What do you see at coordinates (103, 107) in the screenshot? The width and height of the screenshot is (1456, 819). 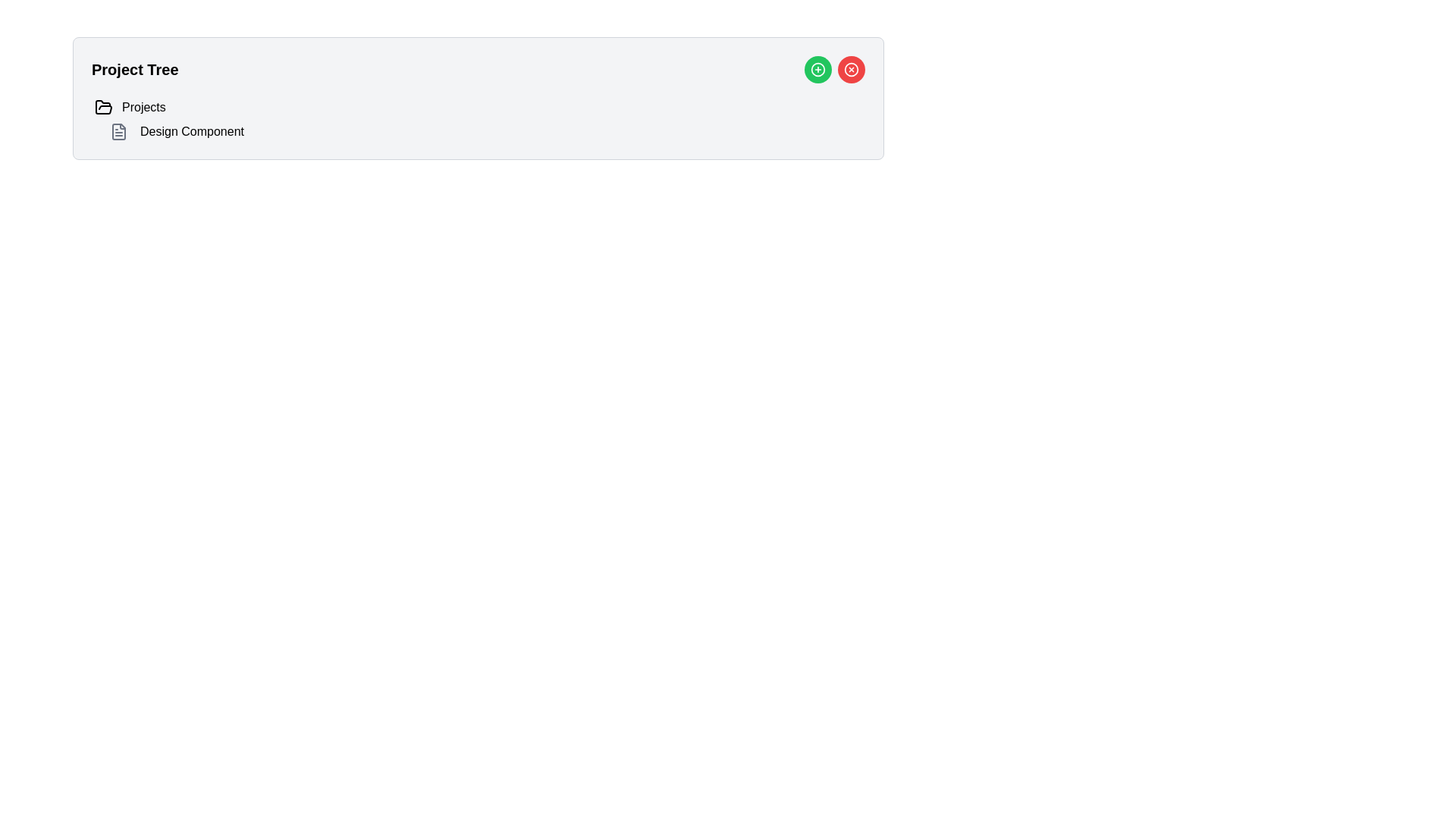 I see `the small folder icon located to the left of the text 'Projects' in the 'Project Tree' section` at bounding box center [103, 107].